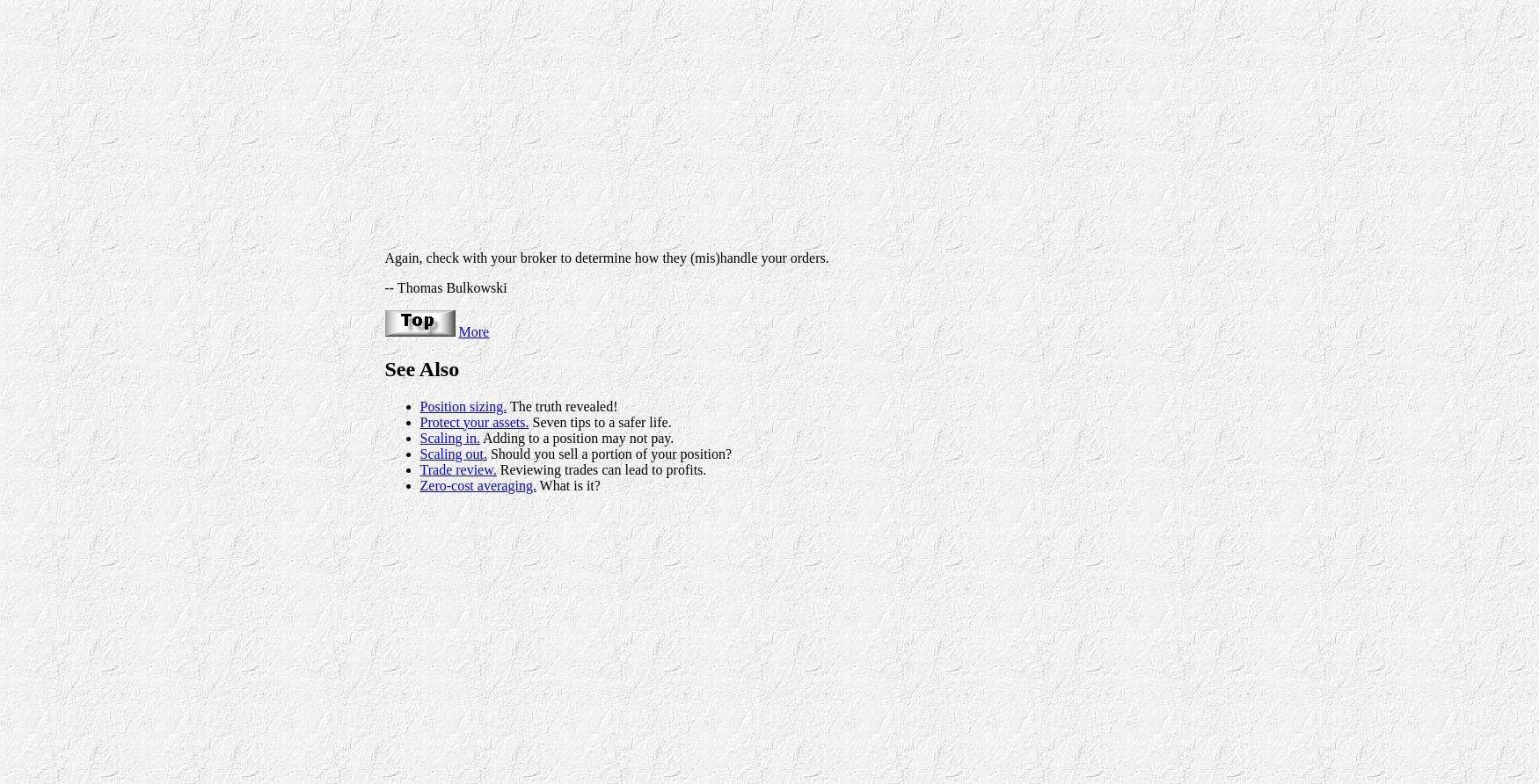 This screenshot has height=784, width=1539. I want to click on '-- Thomas Bulkowski', so click(444, 287).